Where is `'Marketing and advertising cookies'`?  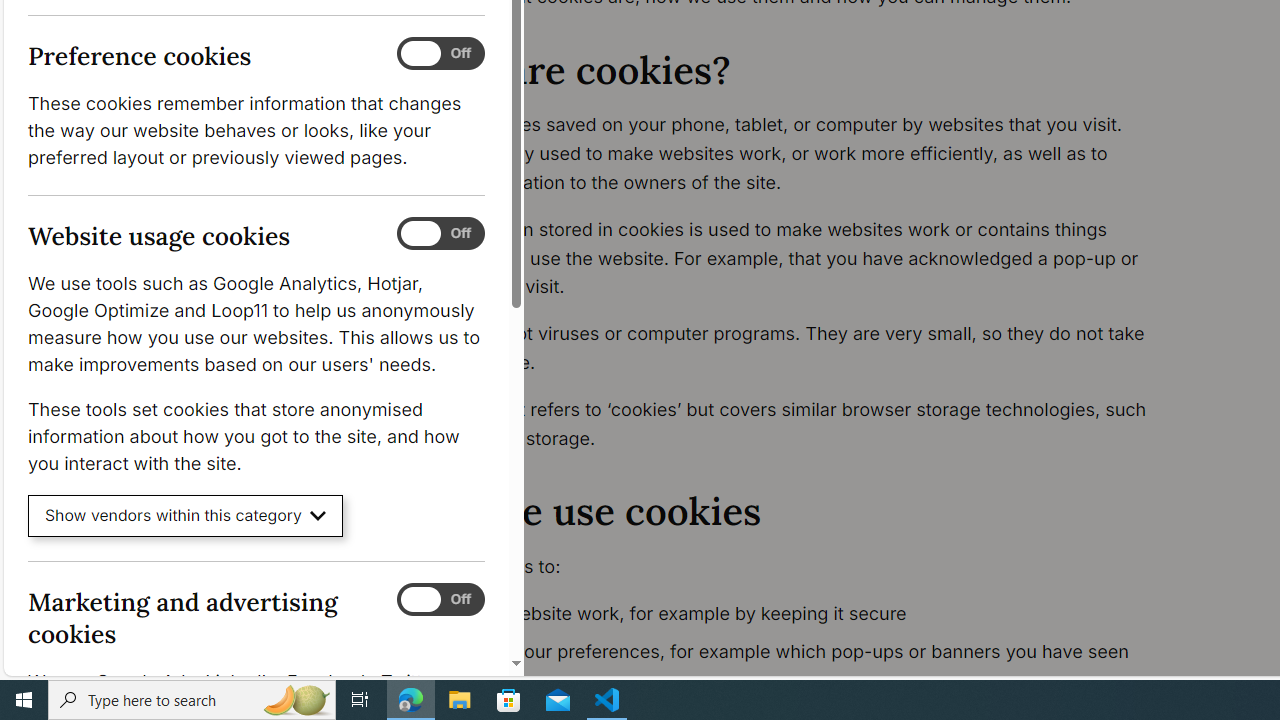 'Marketing and advertising cookies' is located at coordinates (439, 598).